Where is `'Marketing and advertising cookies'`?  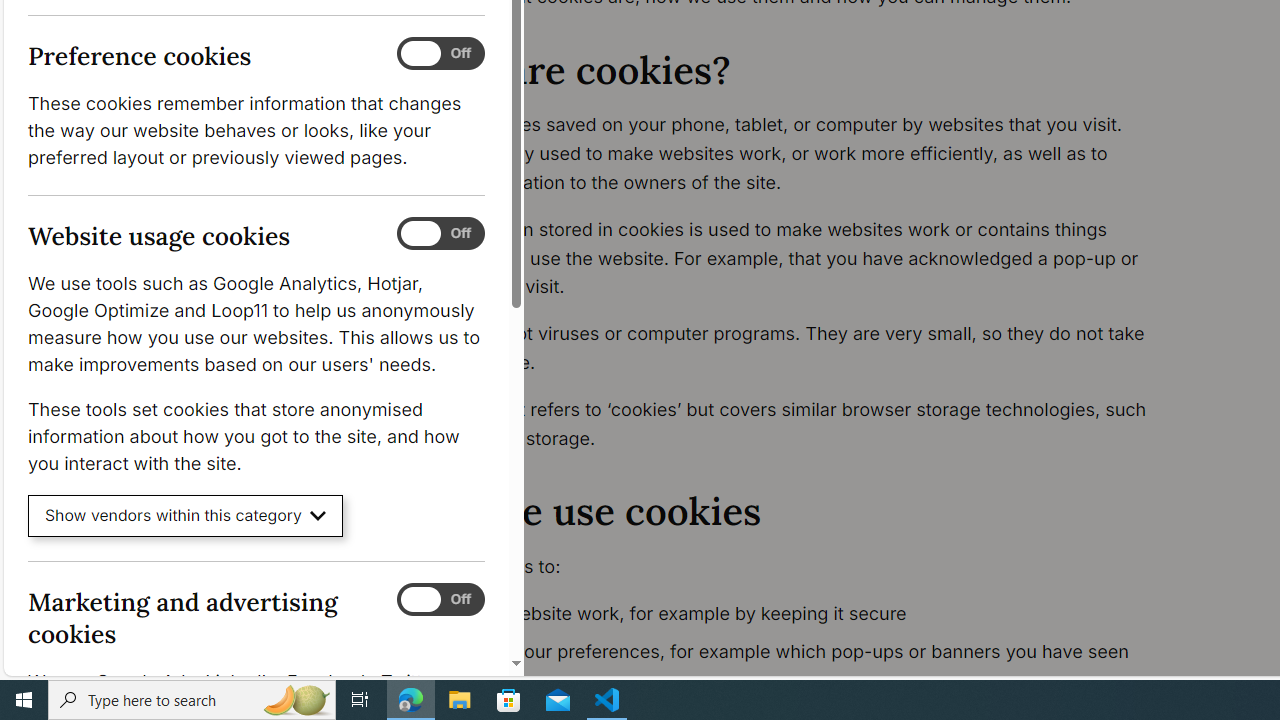 'Marketing and advertising cookies' is located at coordinates (439, 598).